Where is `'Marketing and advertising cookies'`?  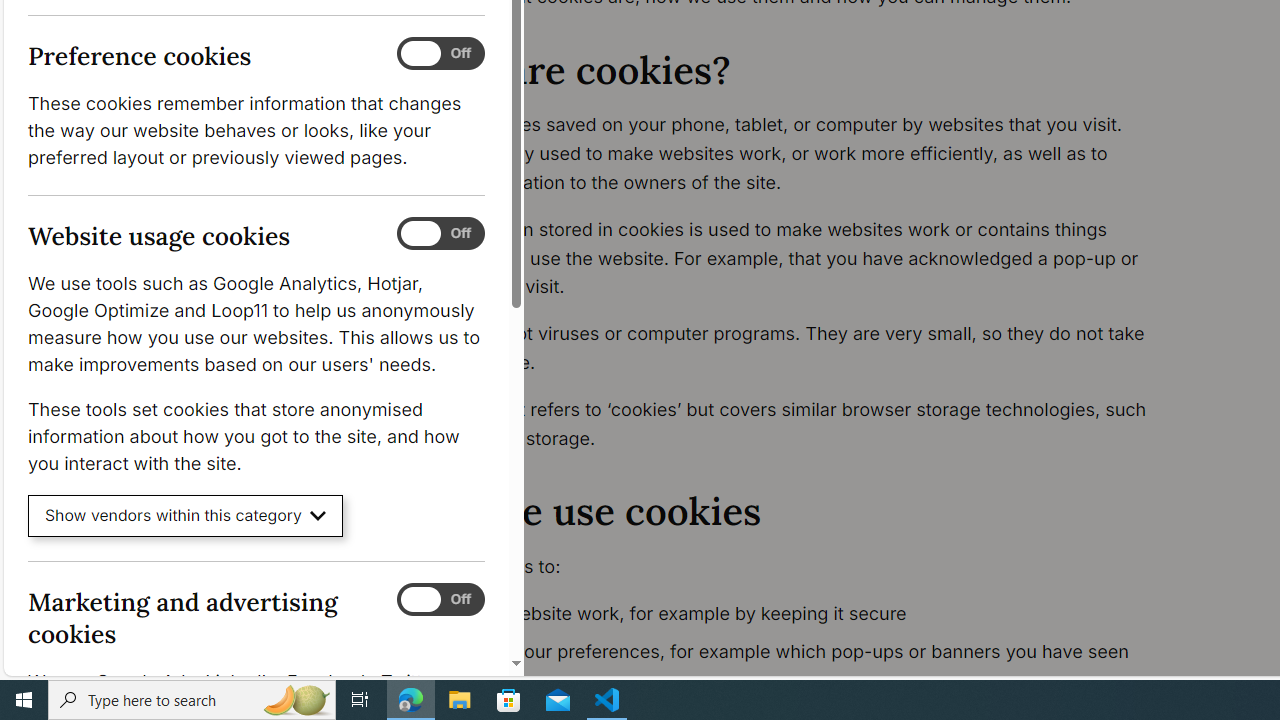 'Marketing and advertising cookies' is located at coordinates (439, 598).